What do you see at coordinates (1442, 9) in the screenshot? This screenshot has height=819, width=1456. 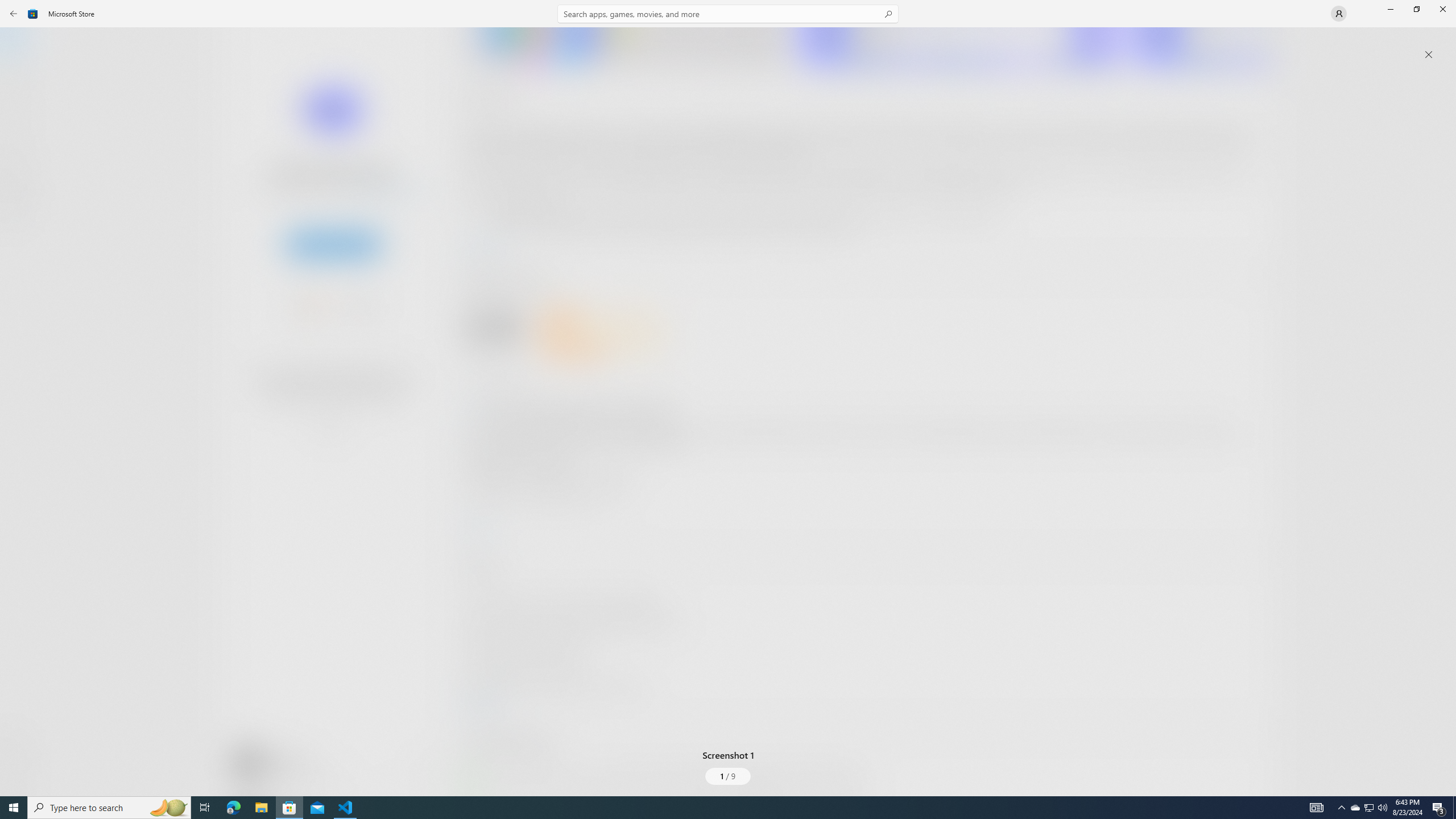 I see `'Close Microsoft Store'` at bounding box center [1442, 9].